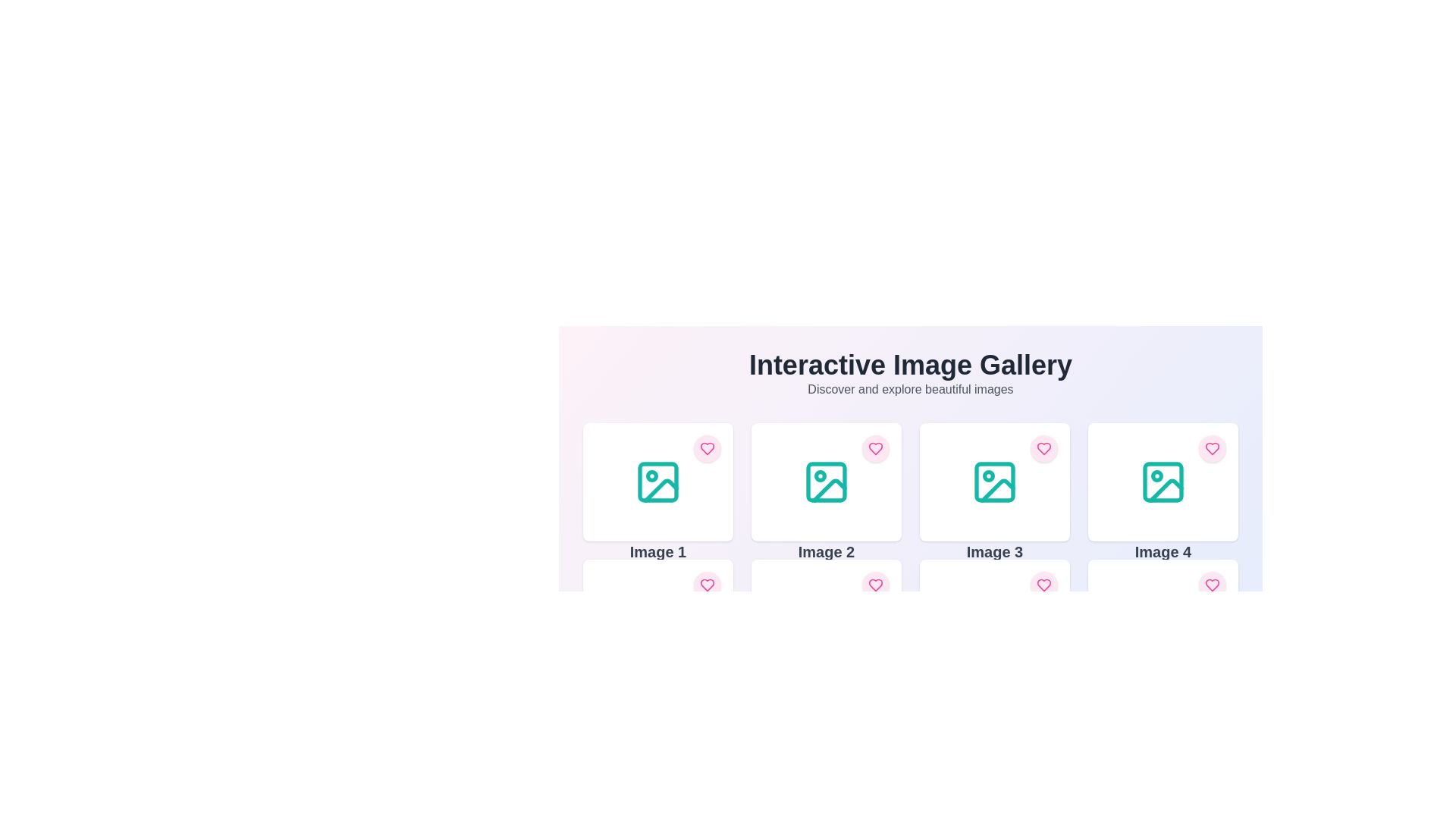 Image resolution: width=1456 pixels, height=819 pixels. What do you see at coordinates (1163, 482) in the screenshot?
I see `the image icon with a teal outline located in the fourth position of the gallery` at bounding box center [1163, 482].